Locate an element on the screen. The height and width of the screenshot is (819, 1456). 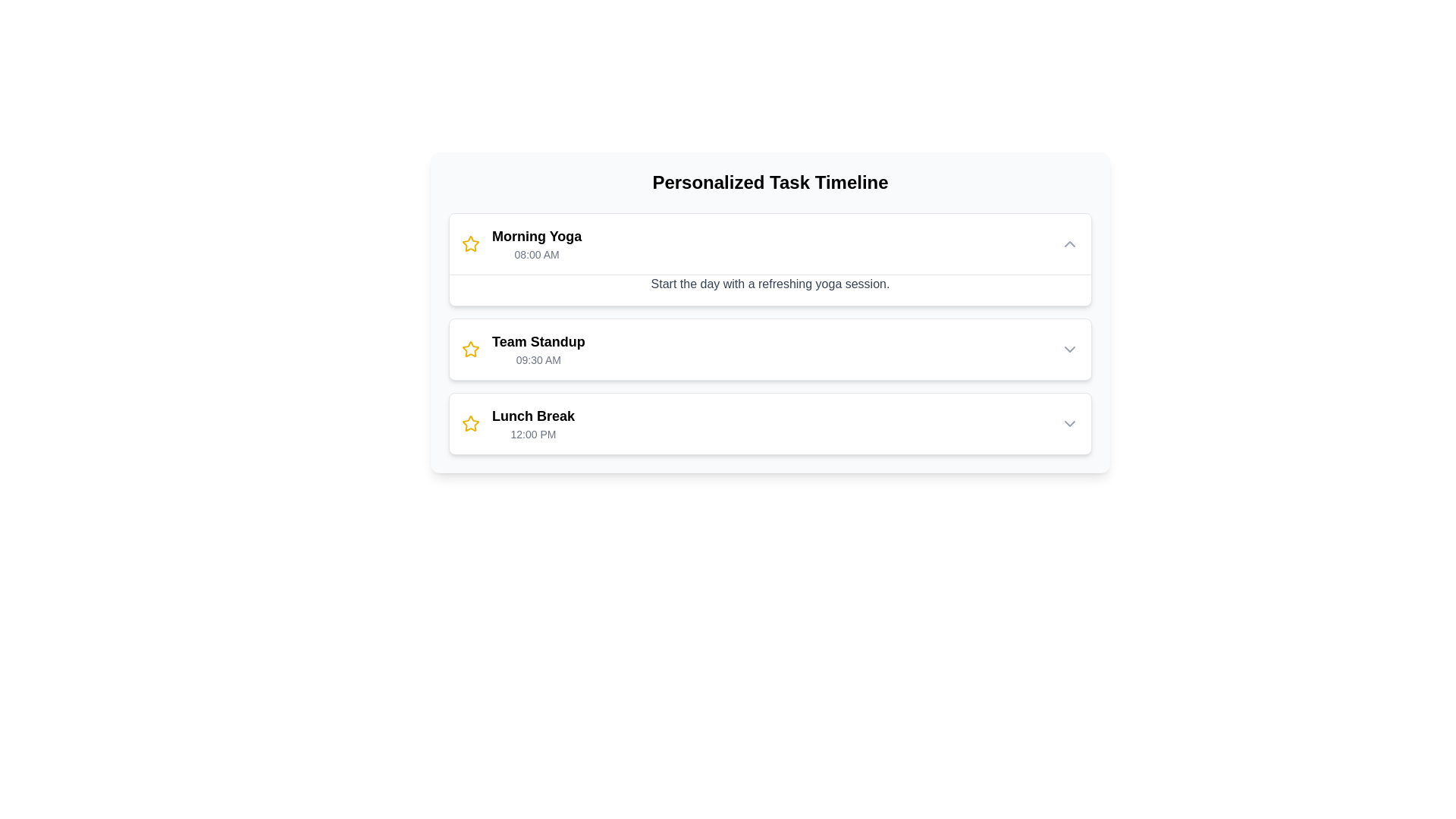
the upwards-pointing chevron icon in the top-right corner of the 'Team Standup' task card is located at coordinates (1069, 350).